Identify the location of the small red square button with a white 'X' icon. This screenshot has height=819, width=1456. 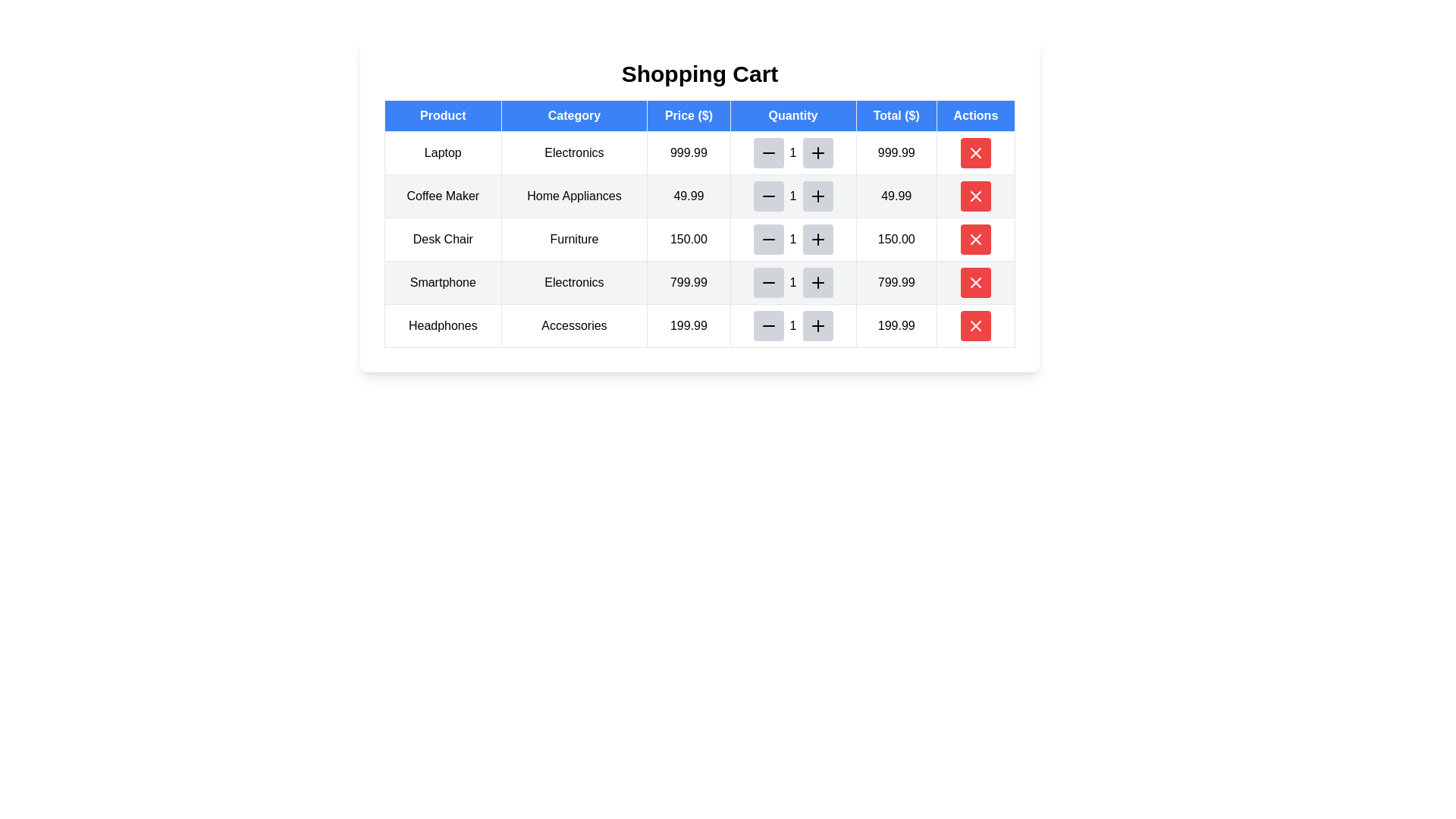
(975, 152).